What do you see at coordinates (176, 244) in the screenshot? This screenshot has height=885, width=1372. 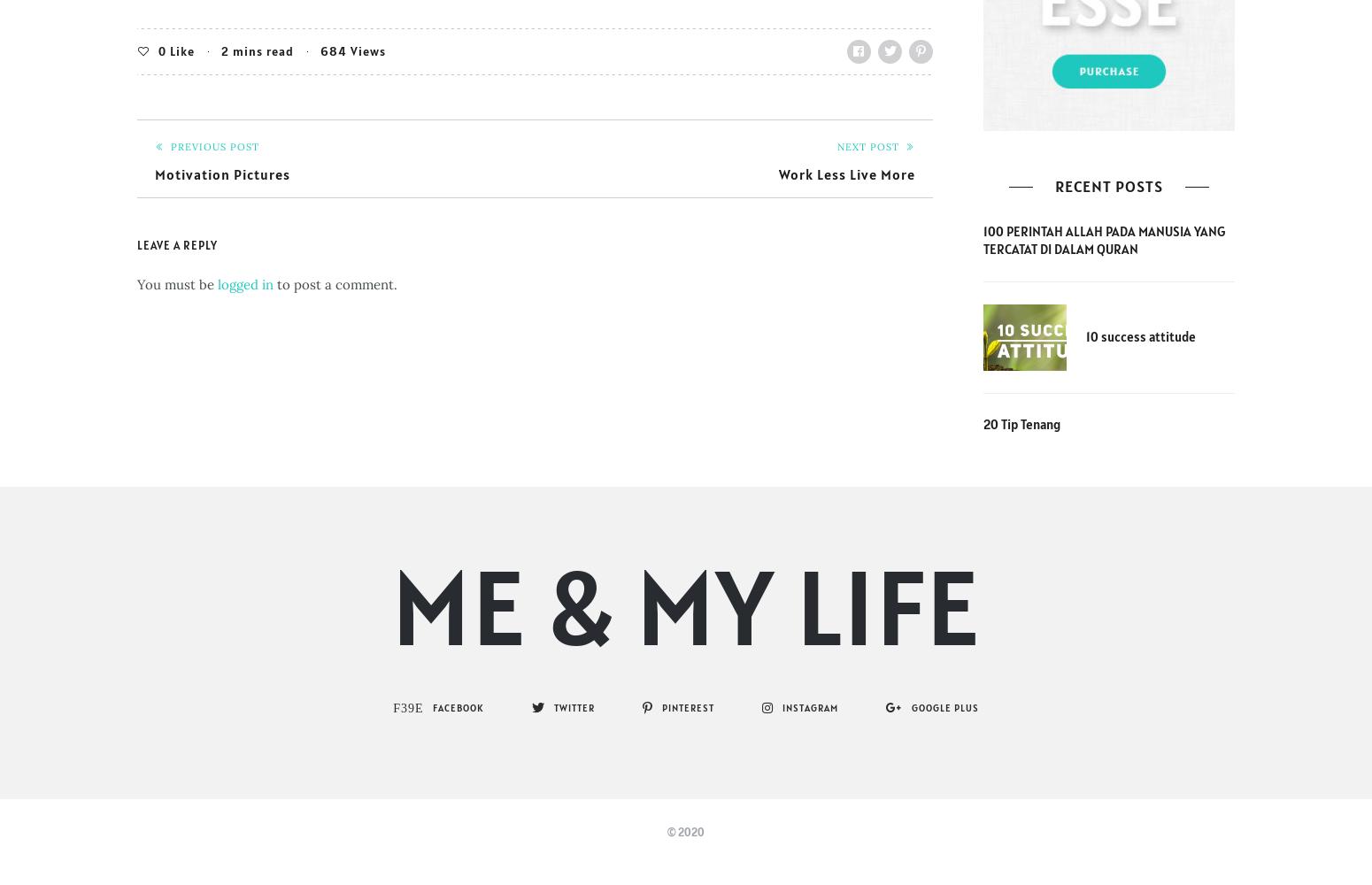 I see `'Leave a reply'` at bounding box center [176, 244].